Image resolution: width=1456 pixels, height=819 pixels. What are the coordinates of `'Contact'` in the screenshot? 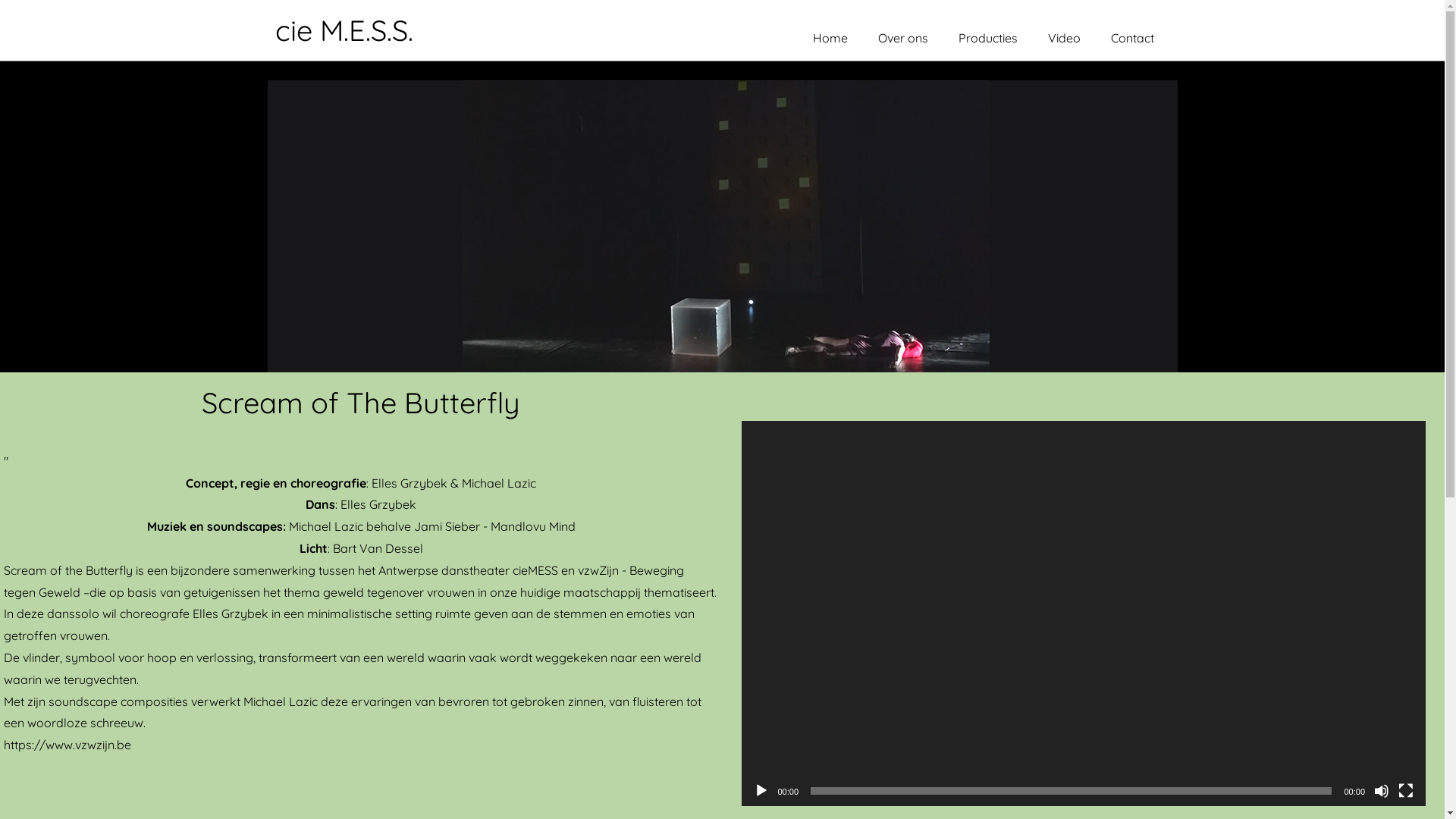 It's located at (1132, 37).